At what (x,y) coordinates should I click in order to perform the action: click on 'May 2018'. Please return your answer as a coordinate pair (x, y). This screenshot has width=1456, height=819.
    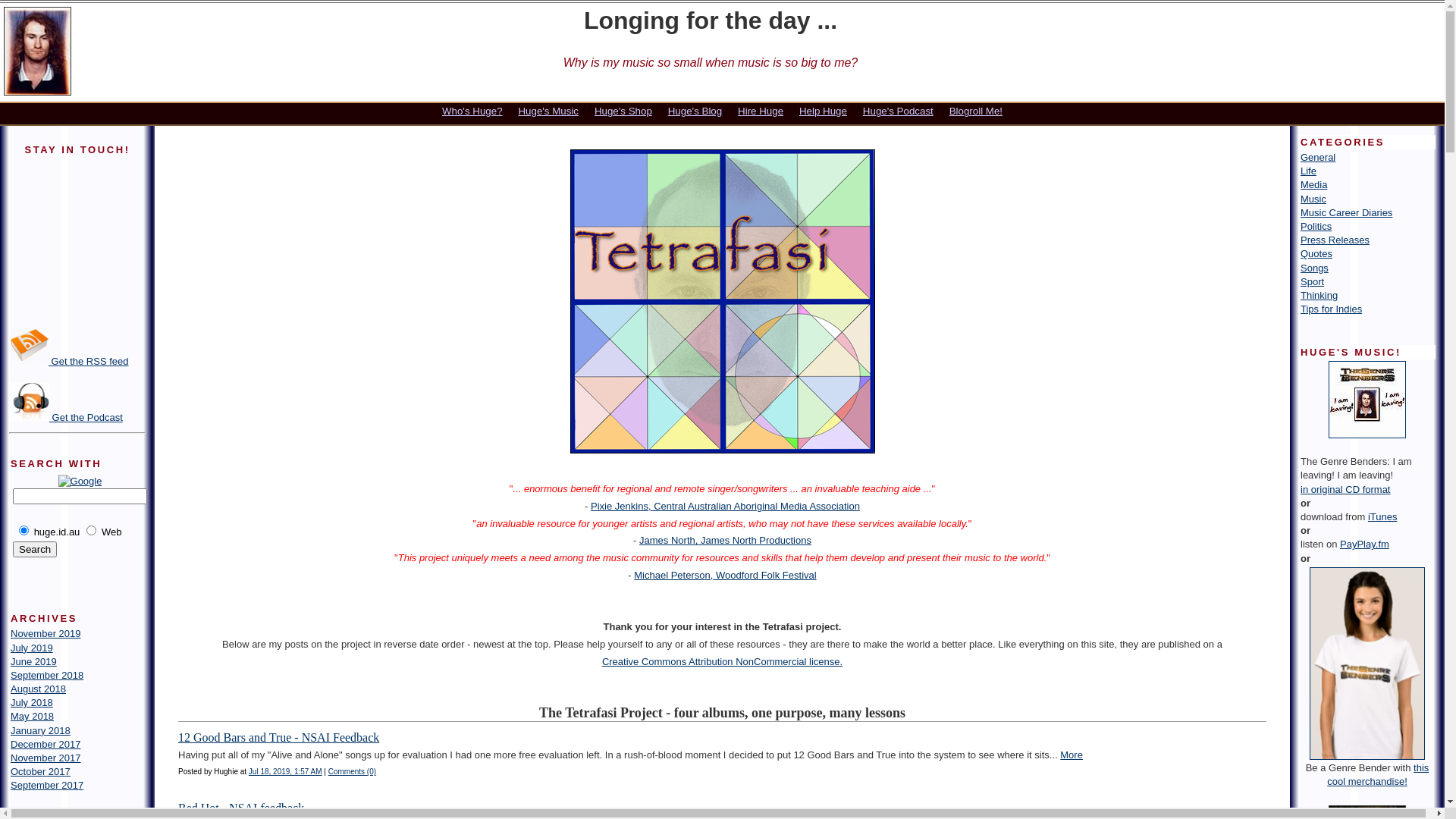
    Looking at the image, I should click on (32, 716).